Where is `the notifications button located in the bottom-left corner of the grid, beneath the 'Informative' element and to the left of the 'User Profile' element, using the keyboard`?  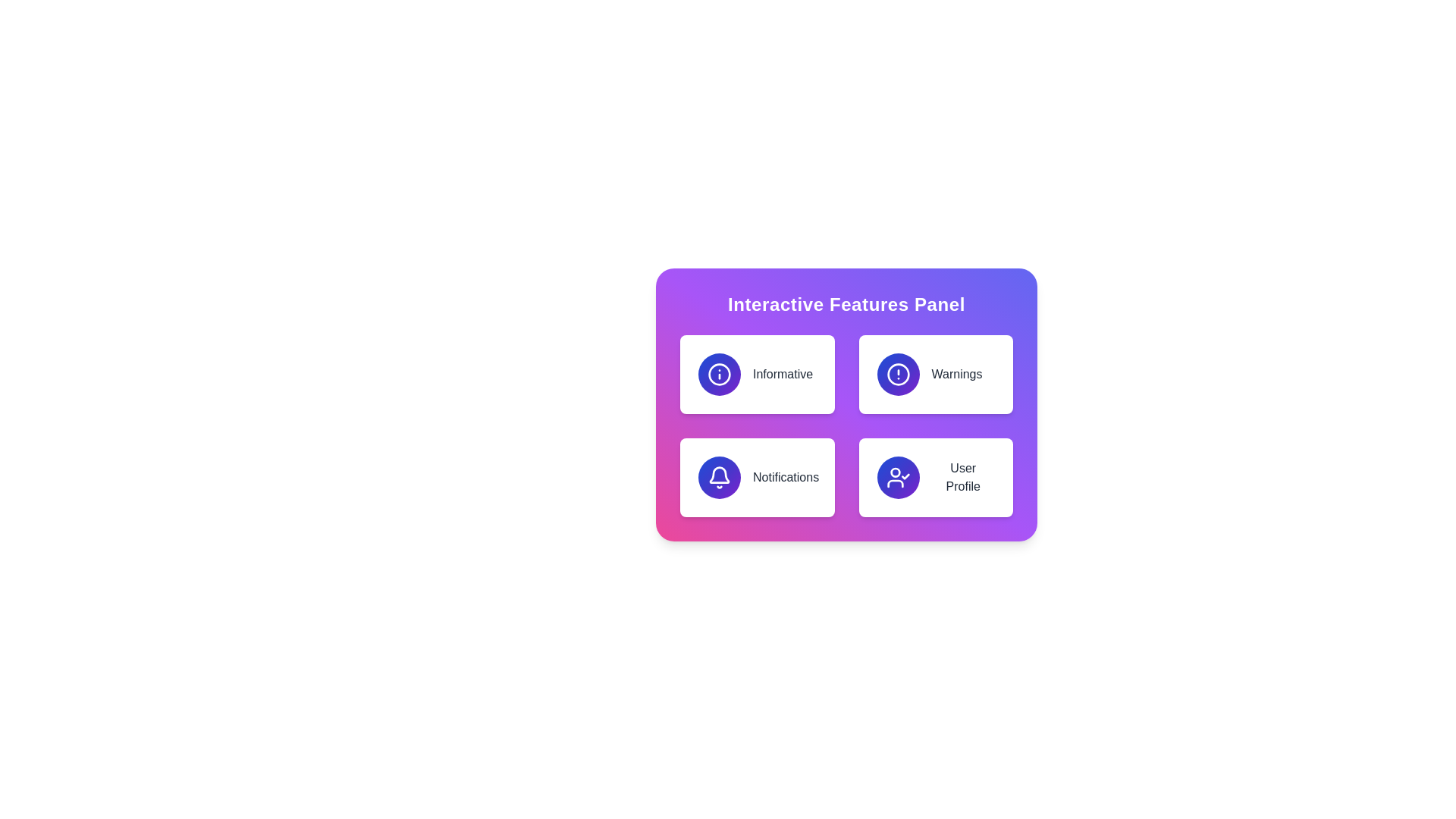 the notifications button located in the bottom-left corner of the grid, beneath the 'Informative' element and to the left of the 'User Profile' element, using the keyboard is located at coordinates (757, 476).